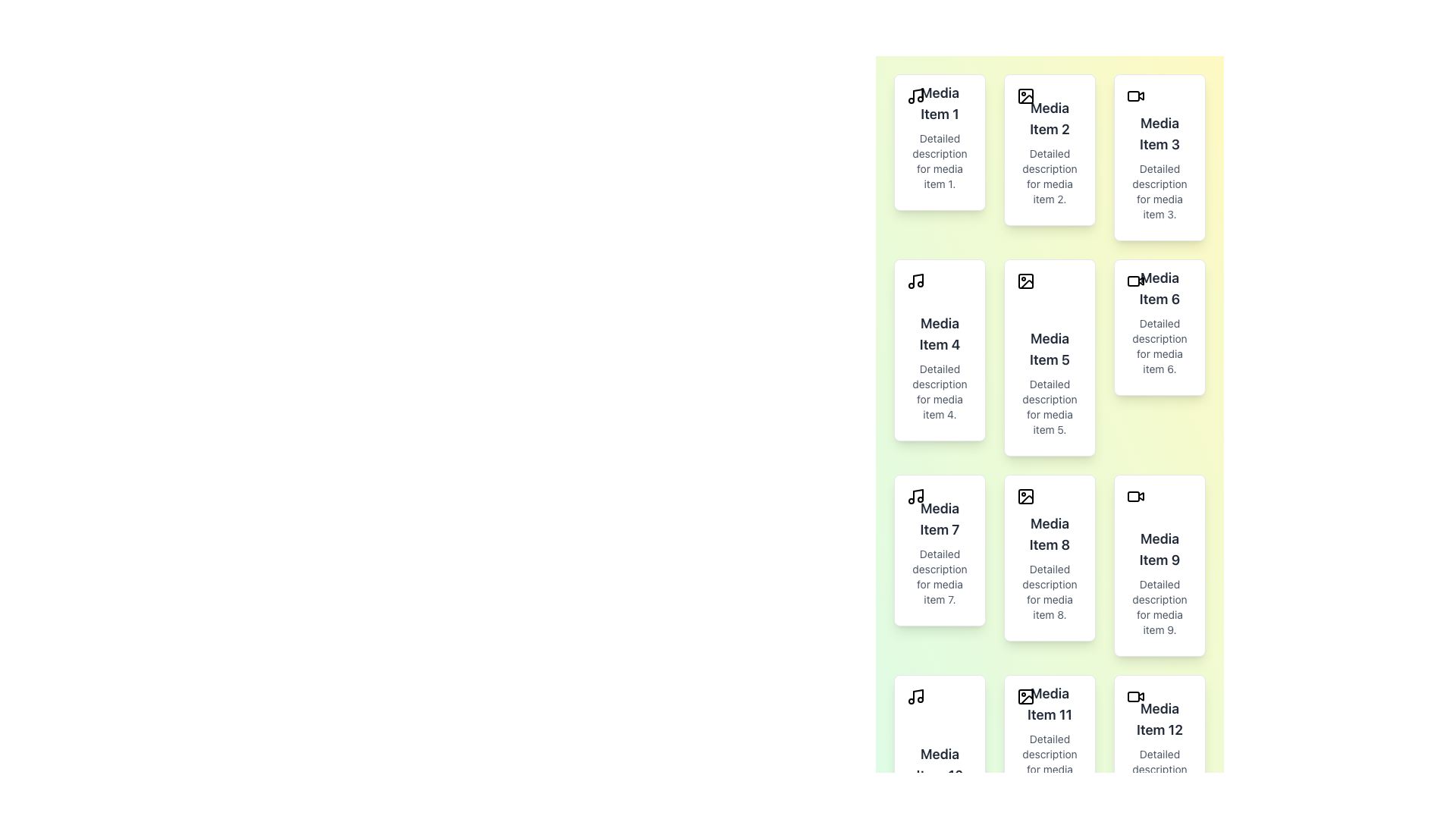 This screenshot has height=819, width=1456. I want to click on text label that displays 'Detailed description for media item 6.' This label is styled in small gray font and is located beneath the title 'Media Item 6' in the card layout, so click(1159, 346).